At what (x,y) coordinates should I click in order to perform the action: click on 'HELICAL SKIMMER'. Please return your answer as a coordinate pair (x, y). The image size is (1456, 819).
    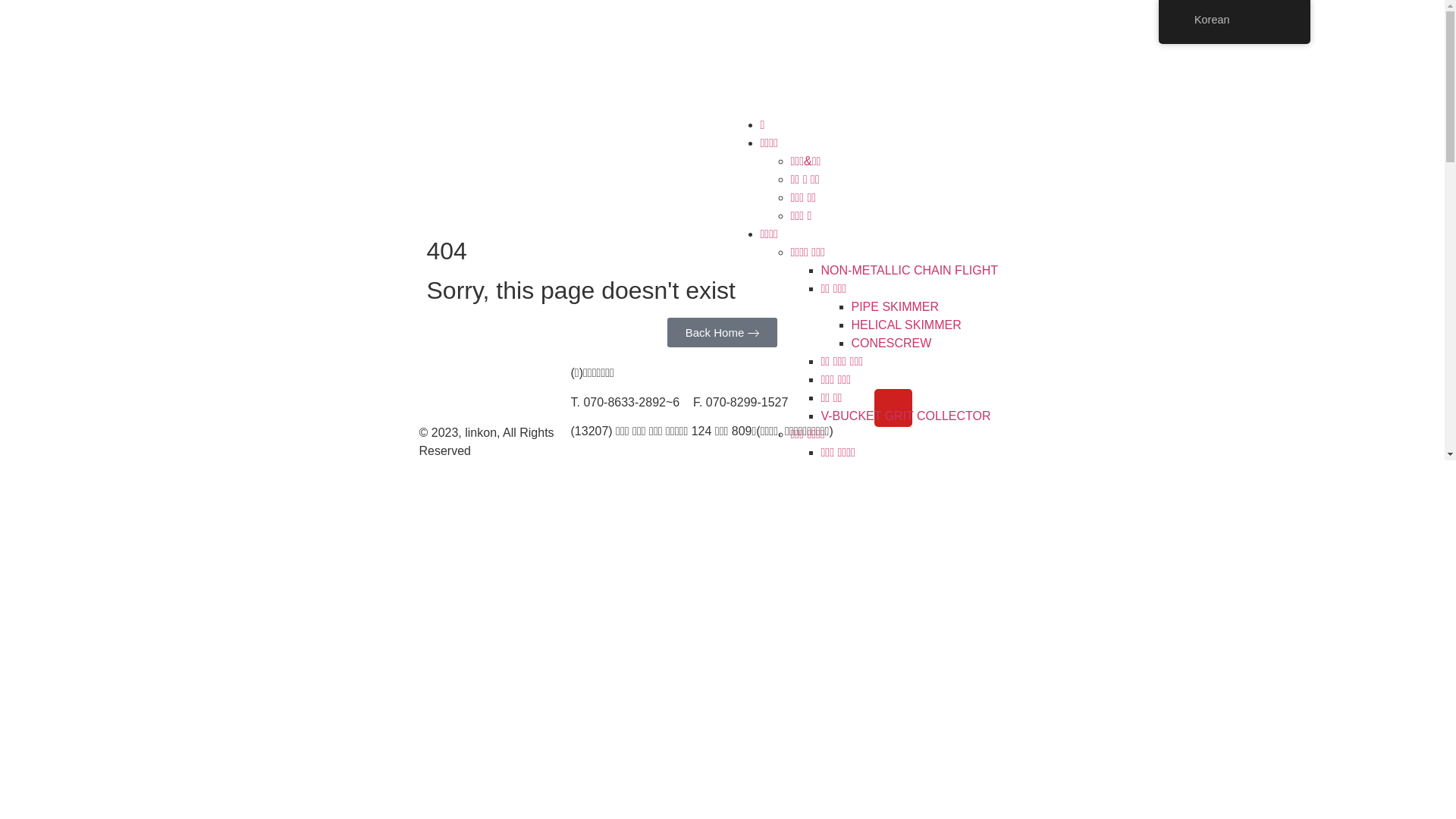
    Looking at the image, I should click on (905, 324).